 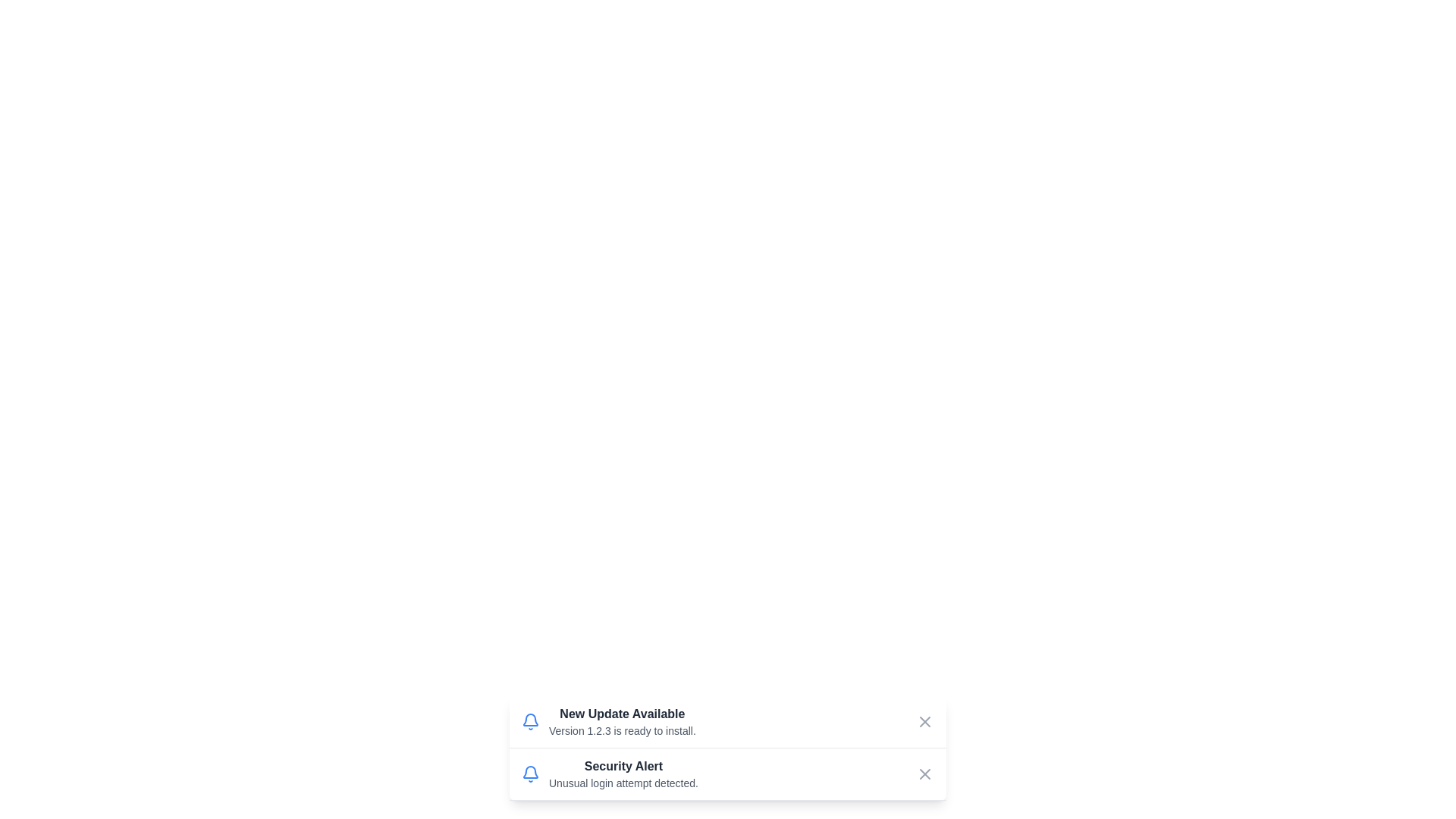 What do you see at coordinates (531, 774) in the screenshot?
I see `the notification icon for 2` at bounding box center [531, 774].